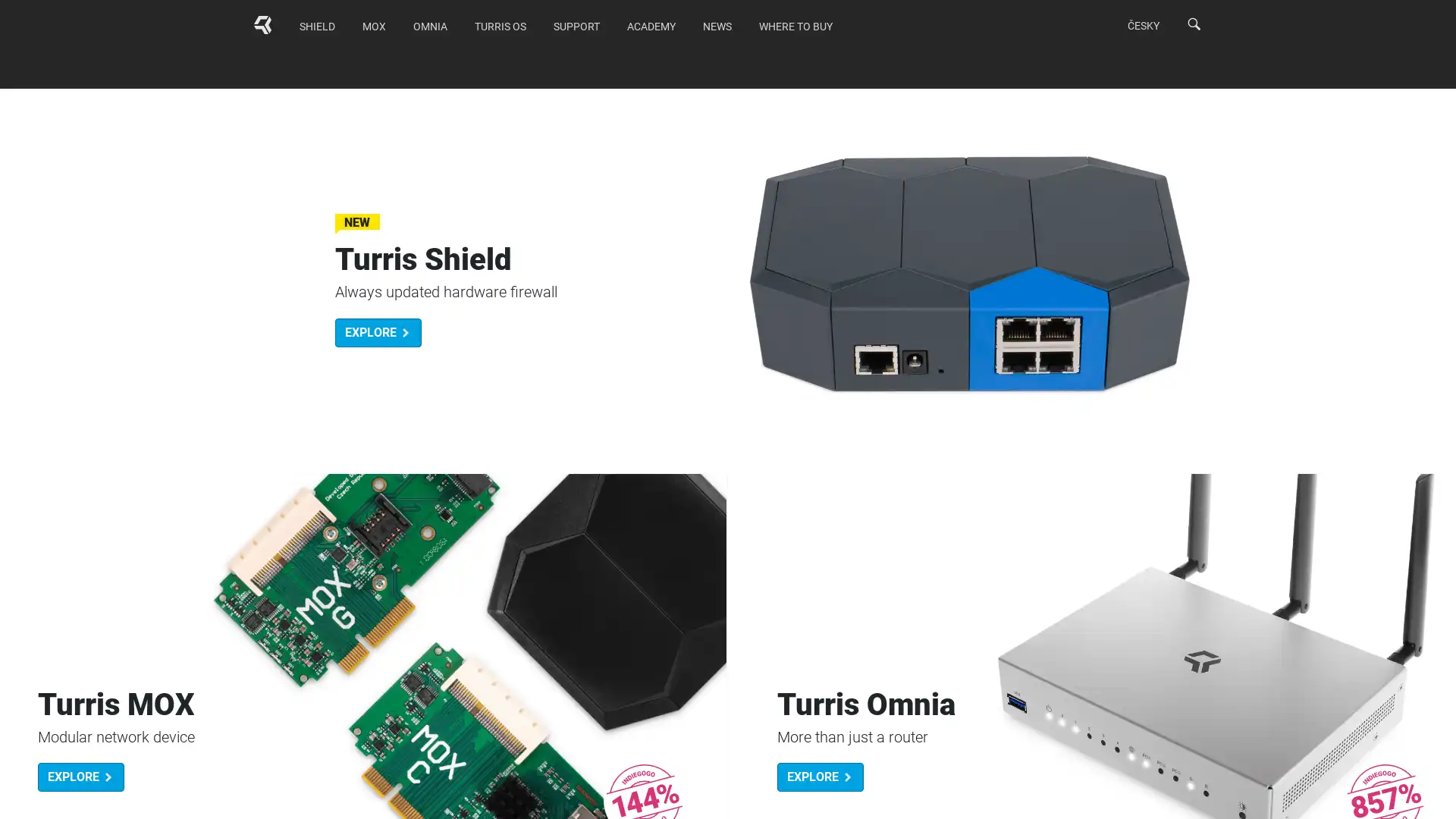  I want to click on Search icon, so click(1193, 24).